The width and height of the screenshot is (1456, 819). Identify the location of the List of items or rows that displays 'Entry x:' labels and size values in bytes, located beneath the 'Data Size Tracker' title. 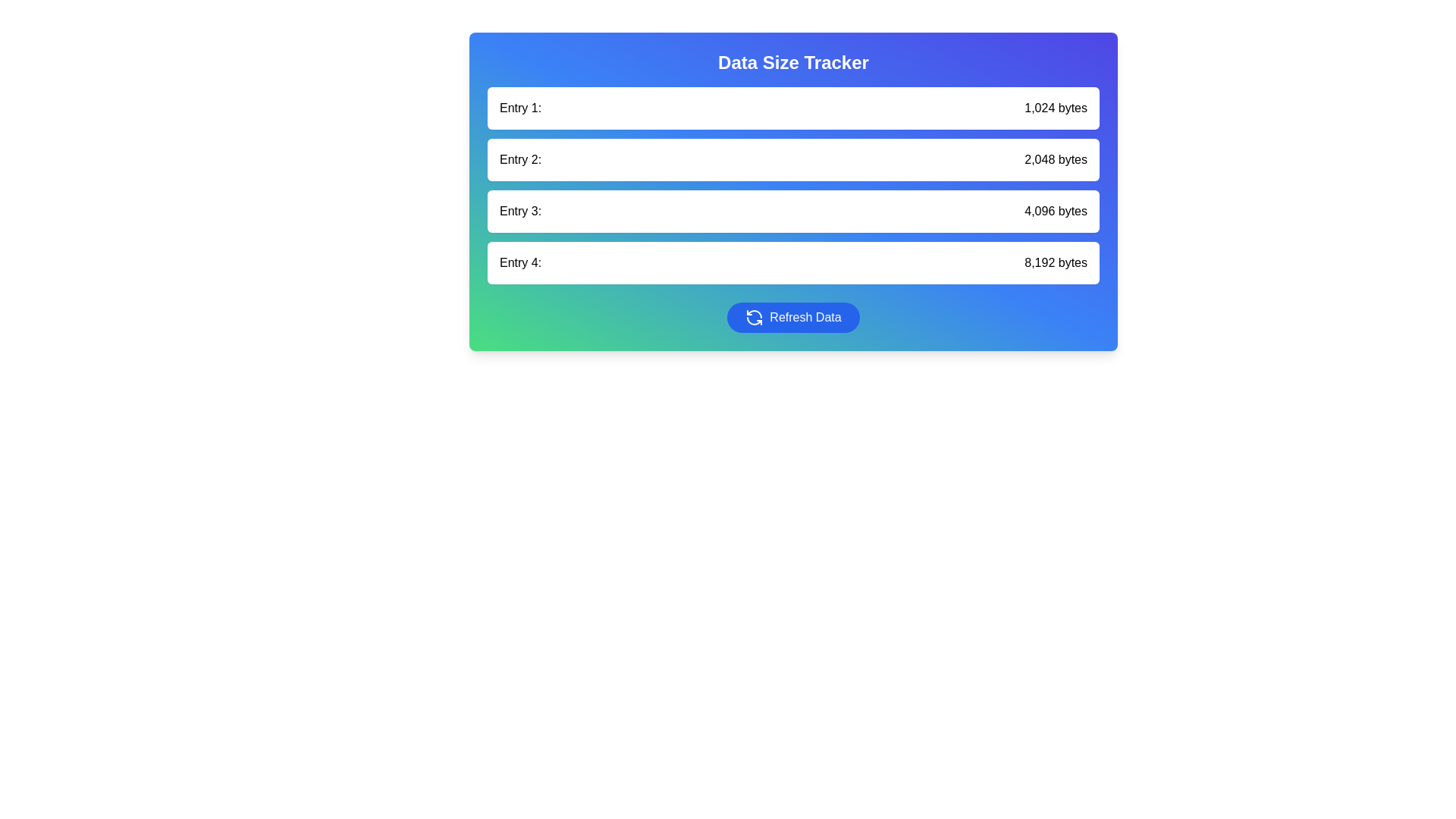
(792, 185).